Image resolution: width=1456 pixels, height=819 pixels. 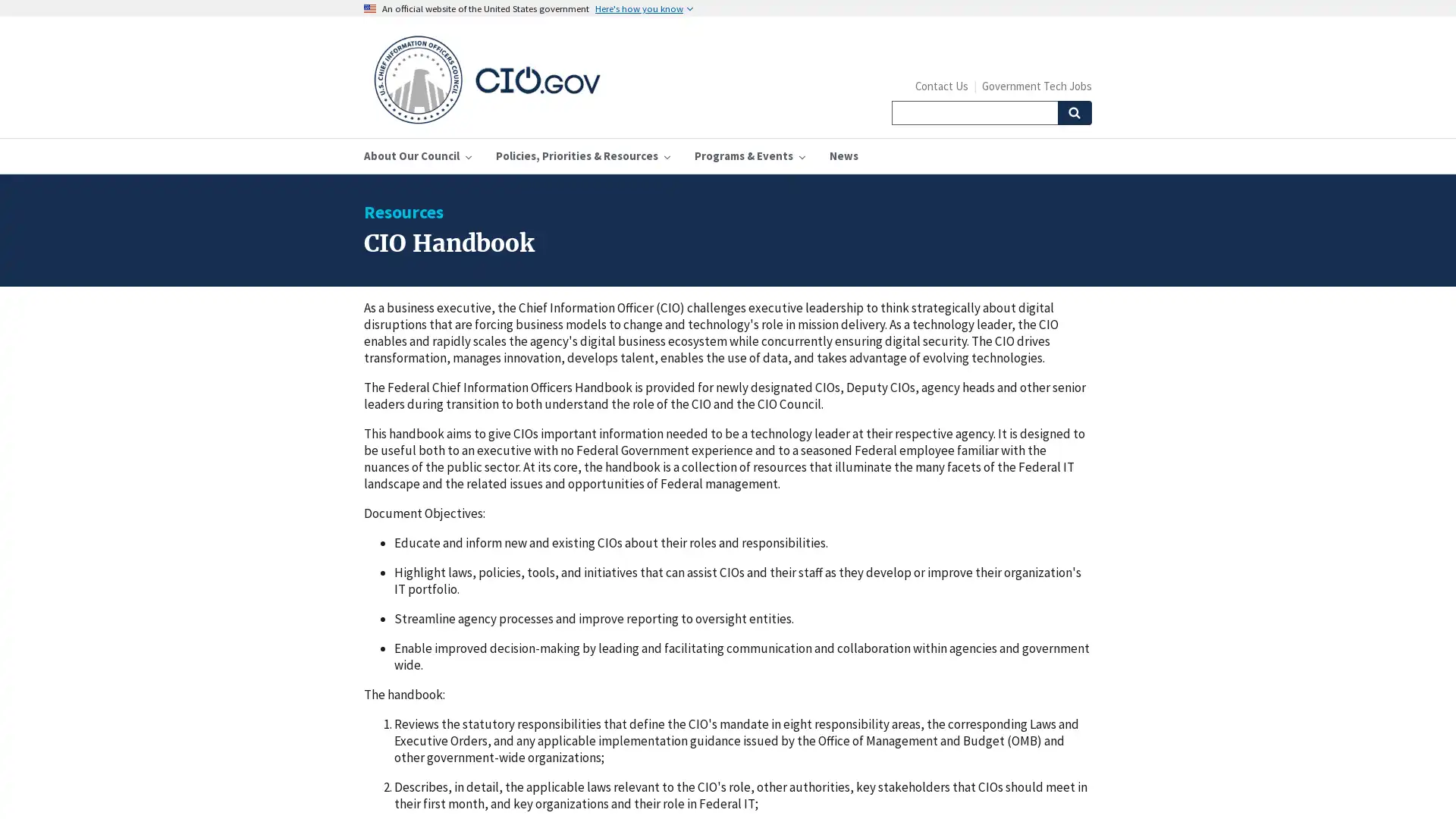 I want to click on Here's how you know, so click(x=644, y=8).